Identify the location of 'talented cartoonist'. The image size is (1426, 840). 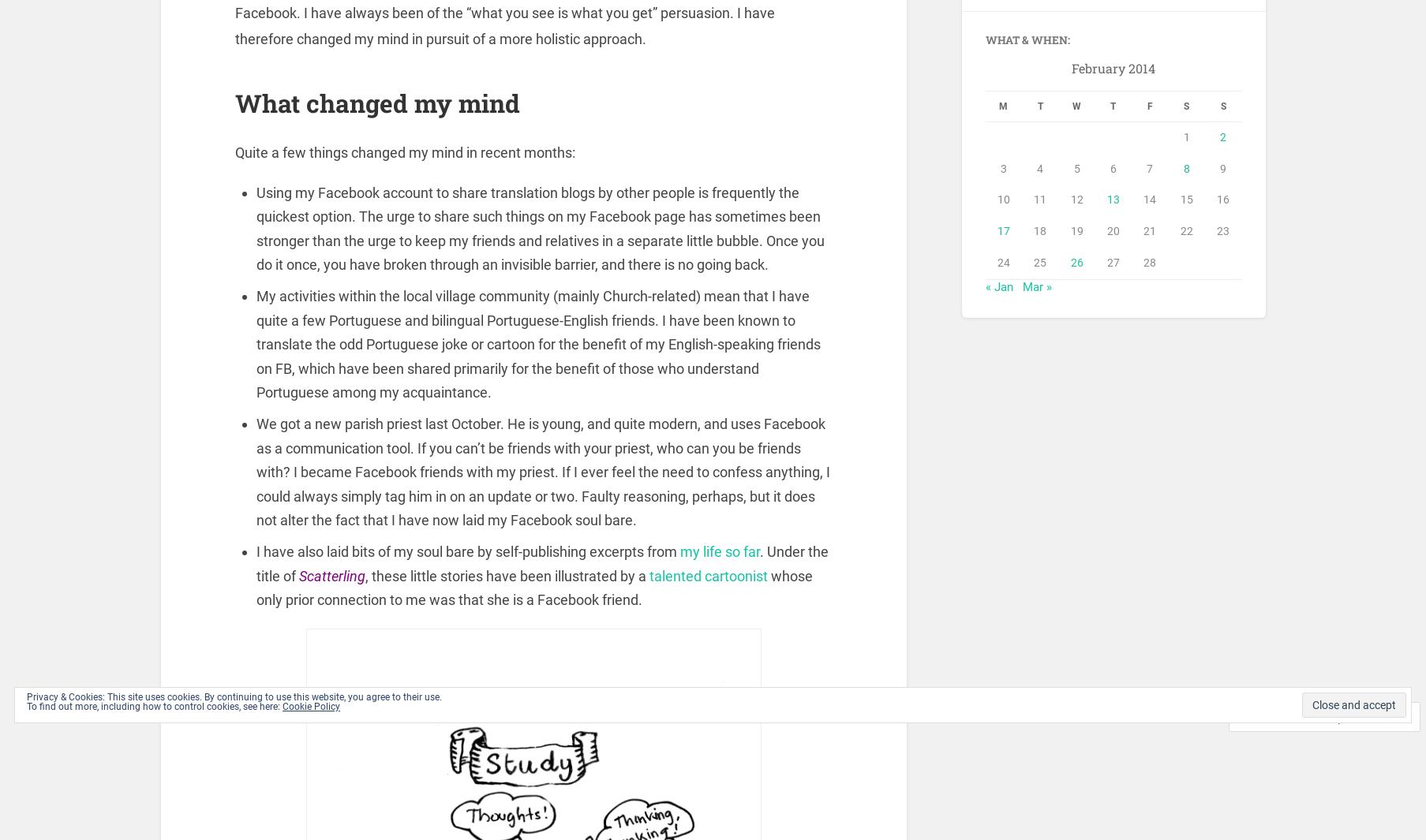
(709, 578).